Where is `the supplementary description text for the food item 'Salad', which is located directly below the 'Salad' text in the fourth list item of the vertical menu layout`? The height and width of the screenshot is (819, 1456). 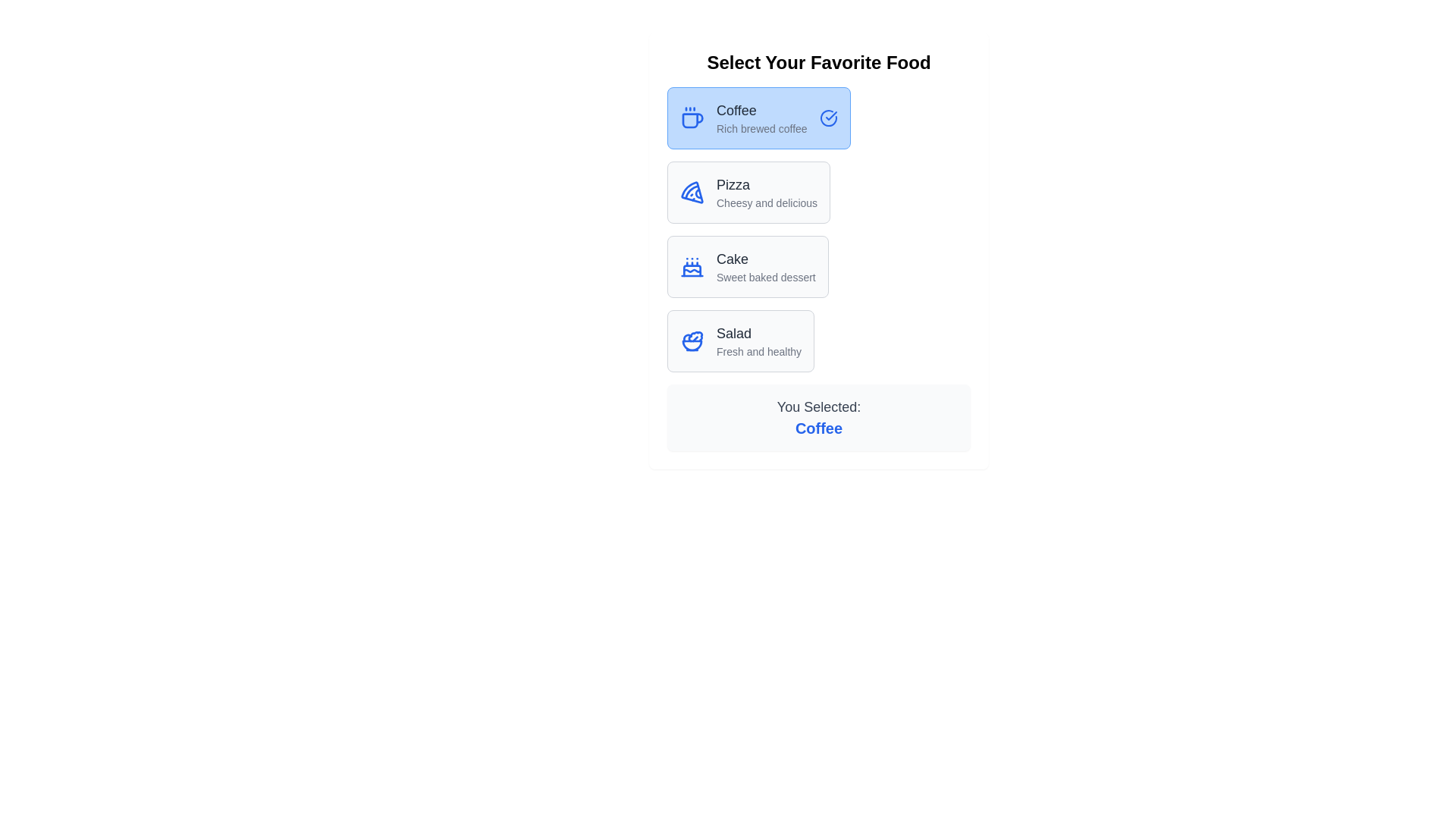
the supplementary description text for the food item 'Salad', which is located directly below the 'Salad' text in the fourth list item of the vertical menu layout is located at coordinates (759, 351).